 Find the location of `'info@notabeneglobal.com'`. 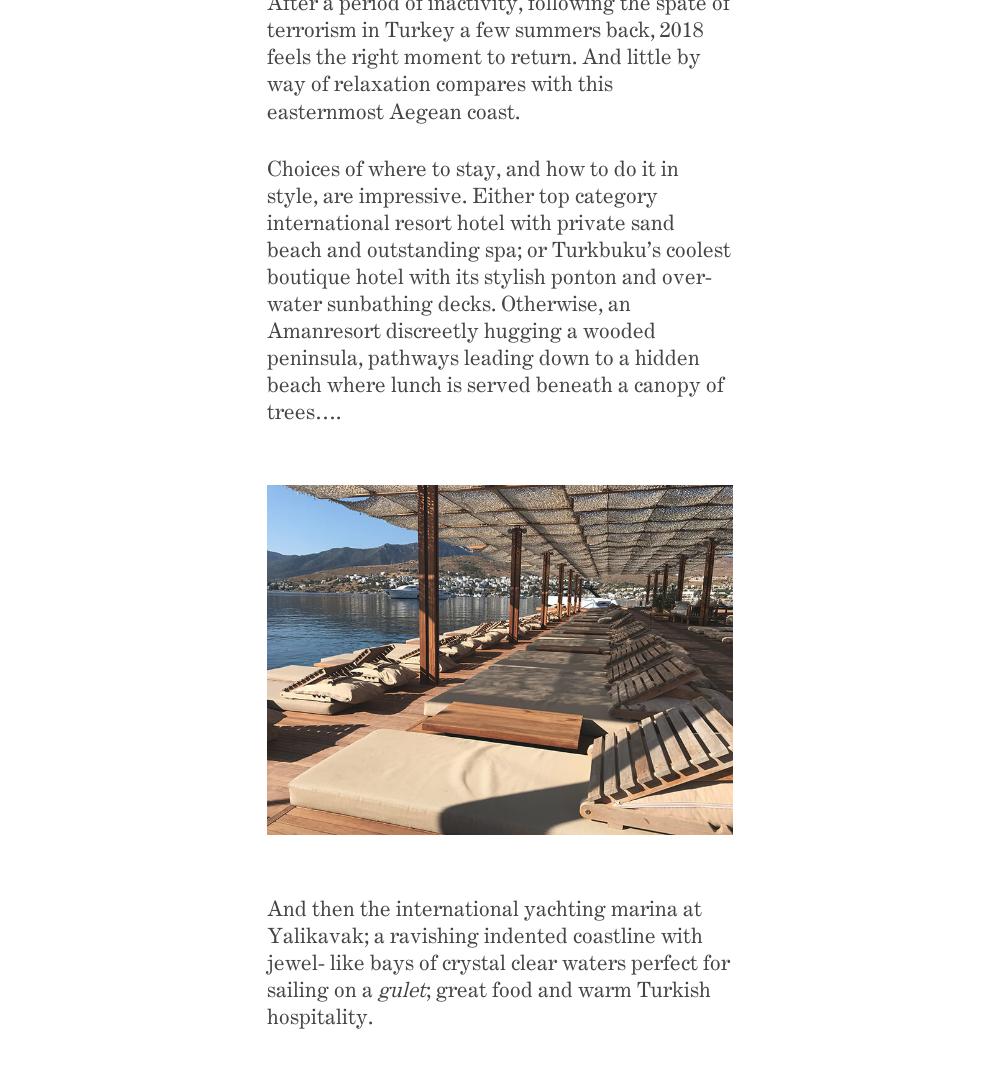

'info@notabeneglobal.com' is located at coordinates (188, 746).